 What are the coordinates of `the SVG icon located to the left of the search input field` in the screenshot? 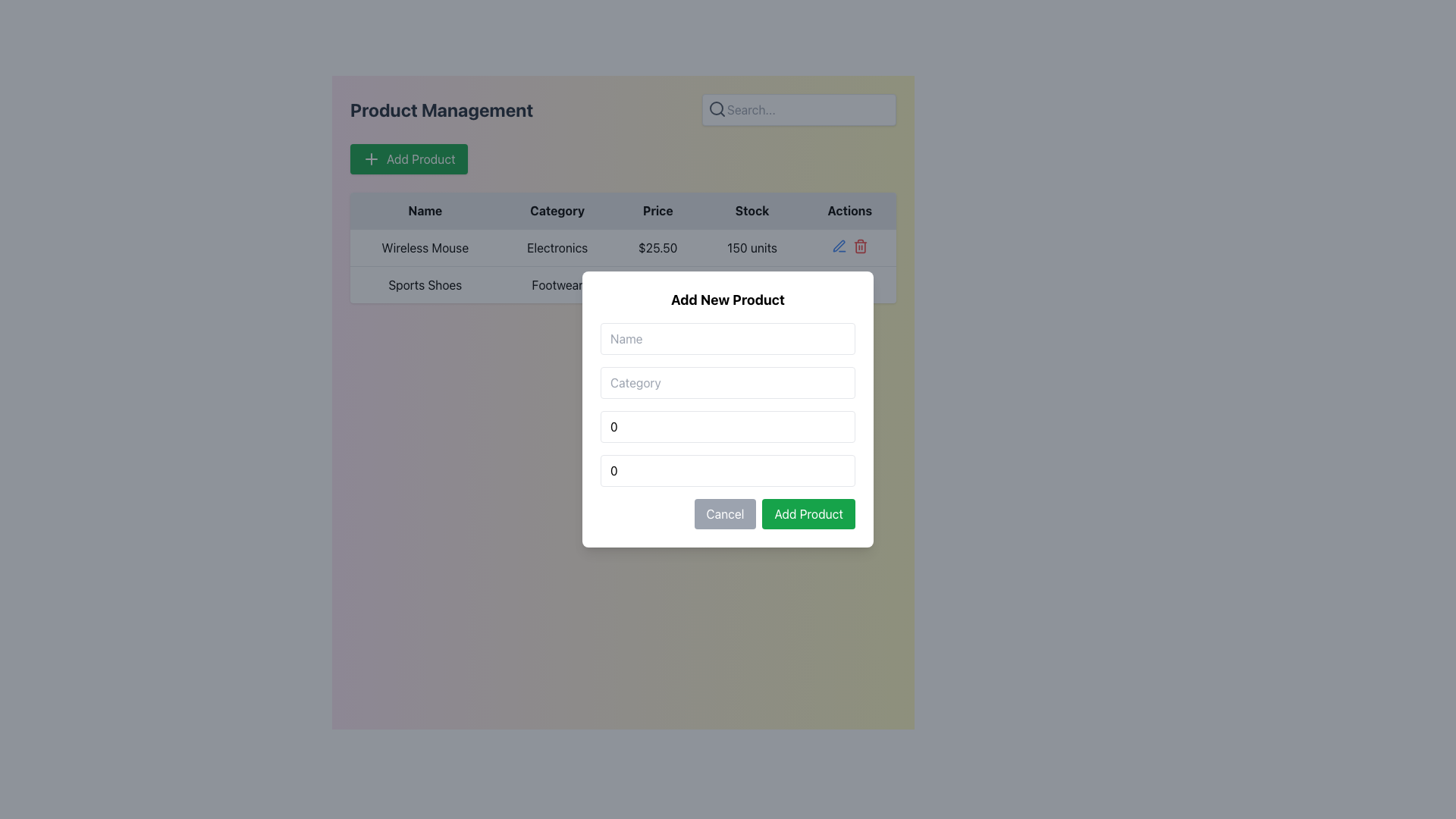 It's located at (716, 108).